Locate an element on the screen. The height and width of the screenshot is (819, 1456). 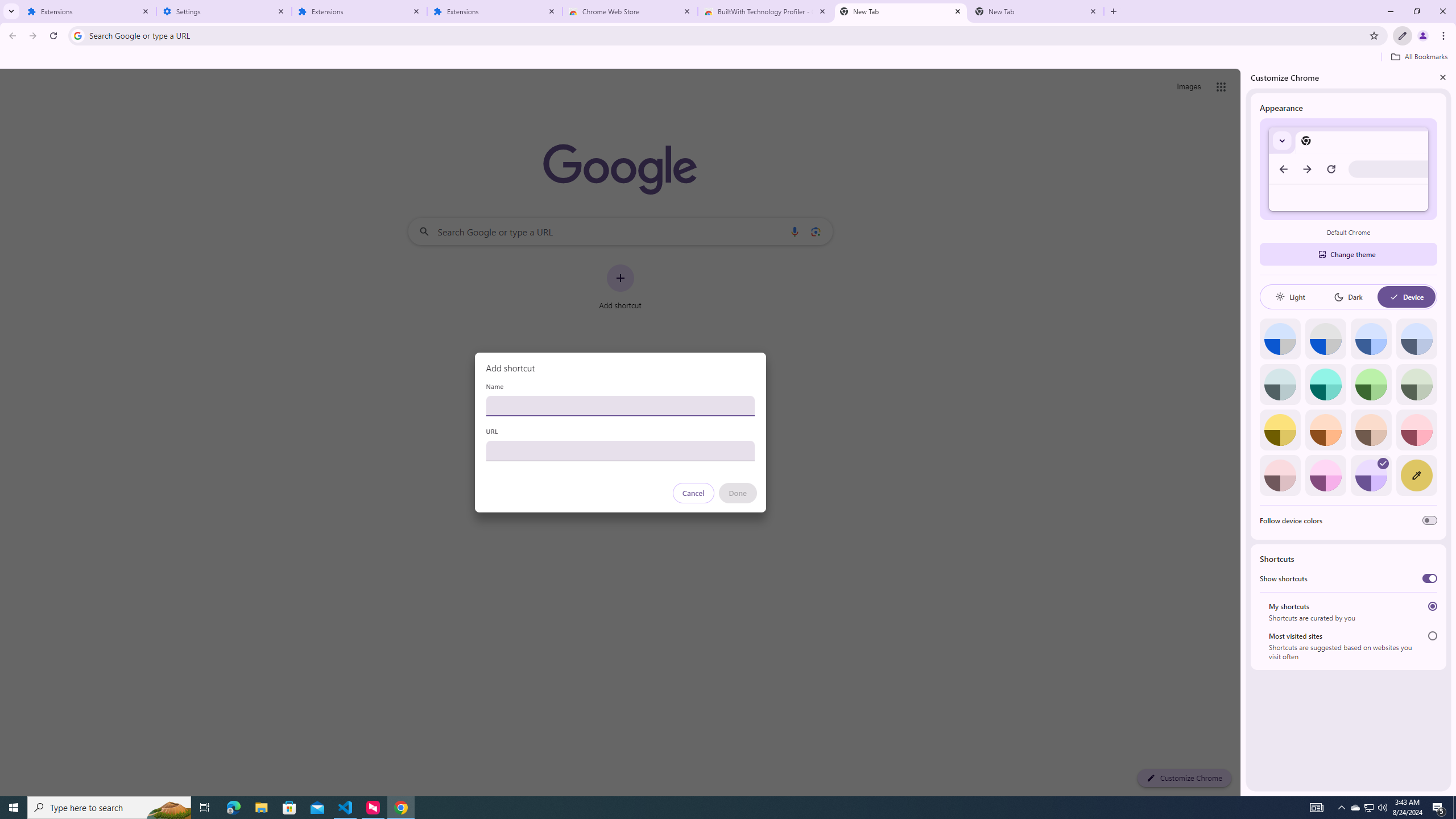
'URL' is located at coordinates (619, 450).